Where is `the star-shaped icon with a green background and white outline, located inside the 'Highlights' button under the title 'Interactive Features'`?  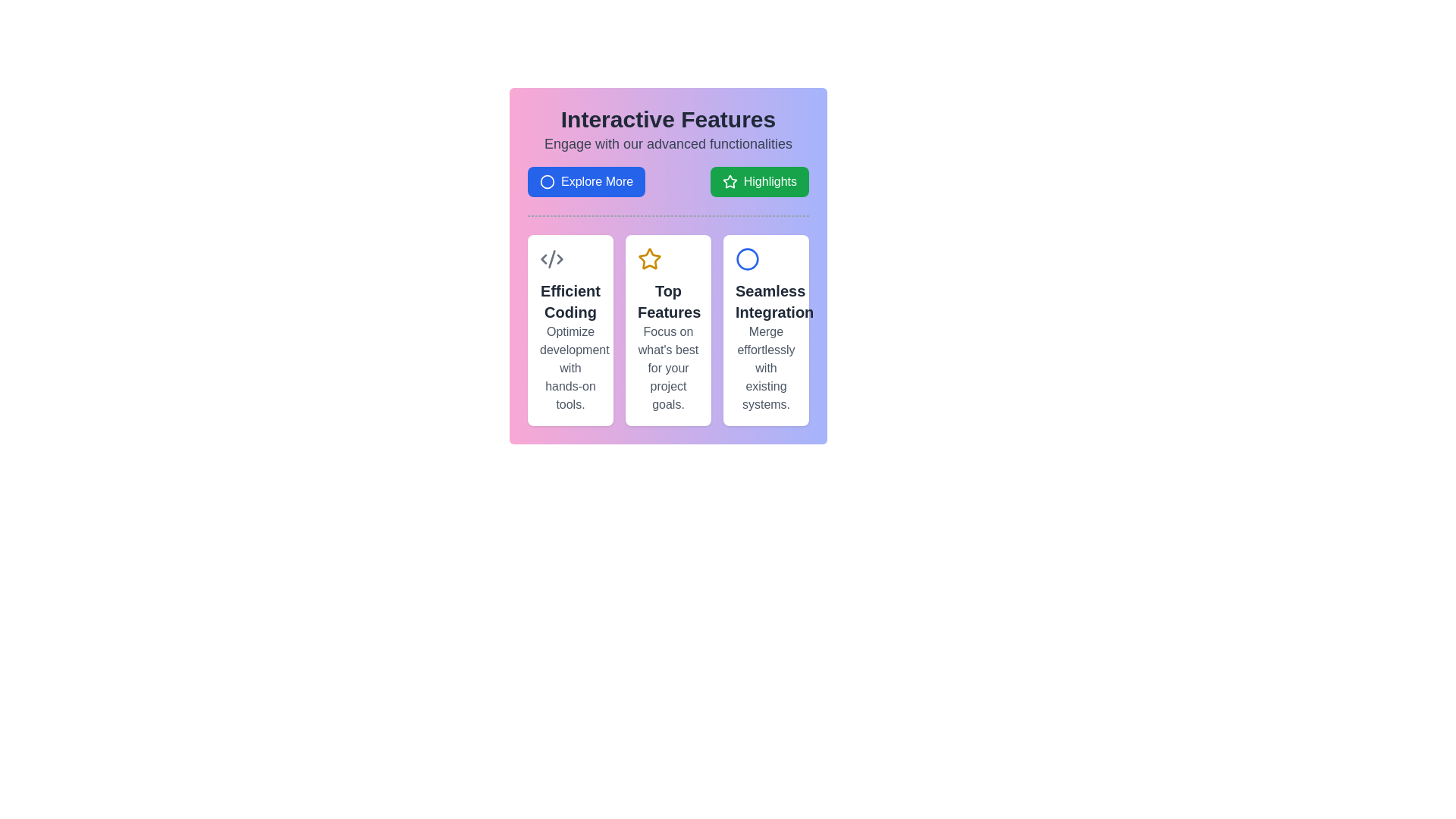
the star-shaped icon with a green background and white outline, located inside the 'Highlights' button under the title 'Interactive Features' is located at coordinates (730, 180).